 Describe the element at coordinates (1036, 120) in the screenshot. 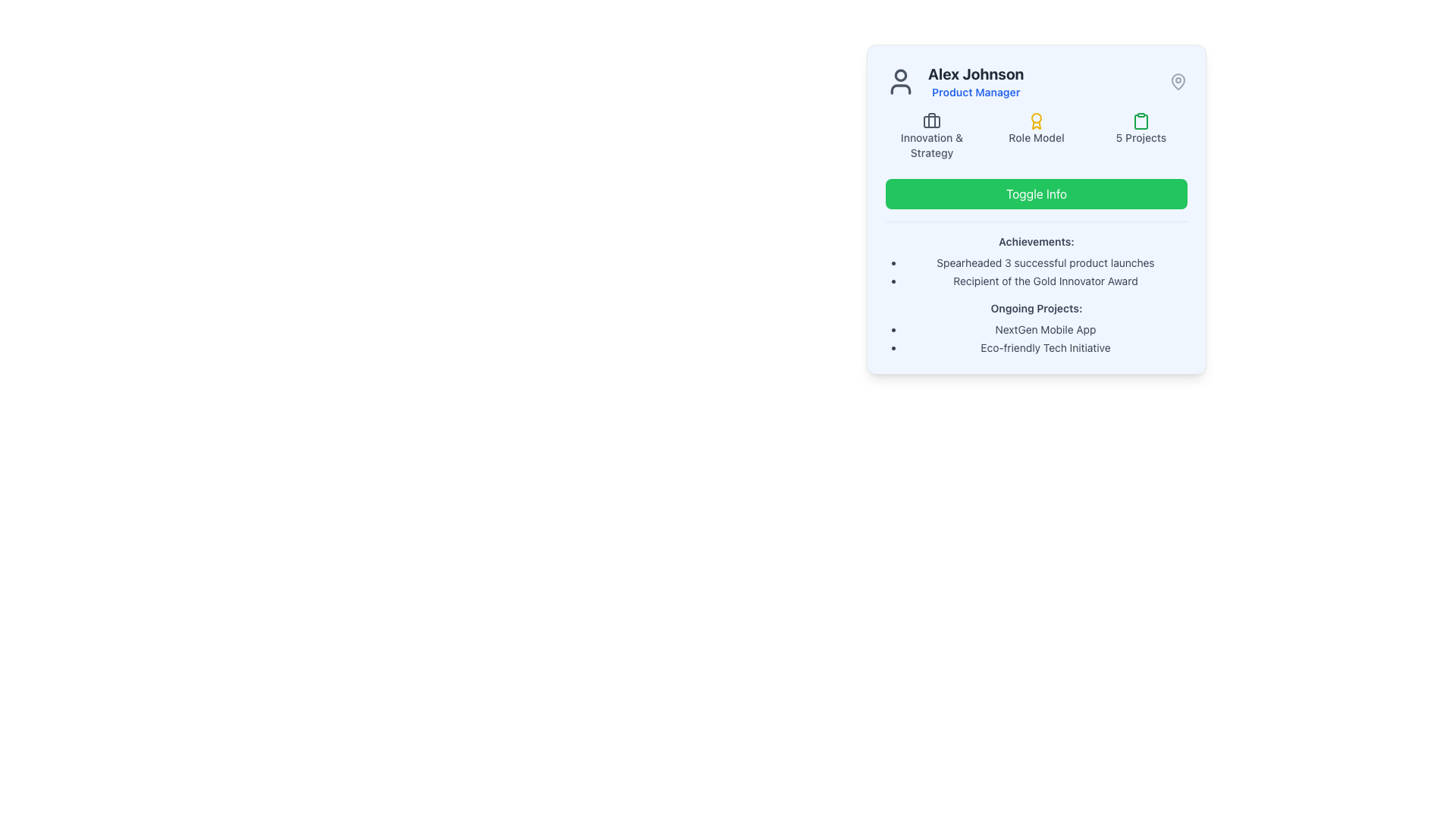

I see `the decorative icon representing the 'Role Model' section, which is centrally positioned above the associated text` at that location.